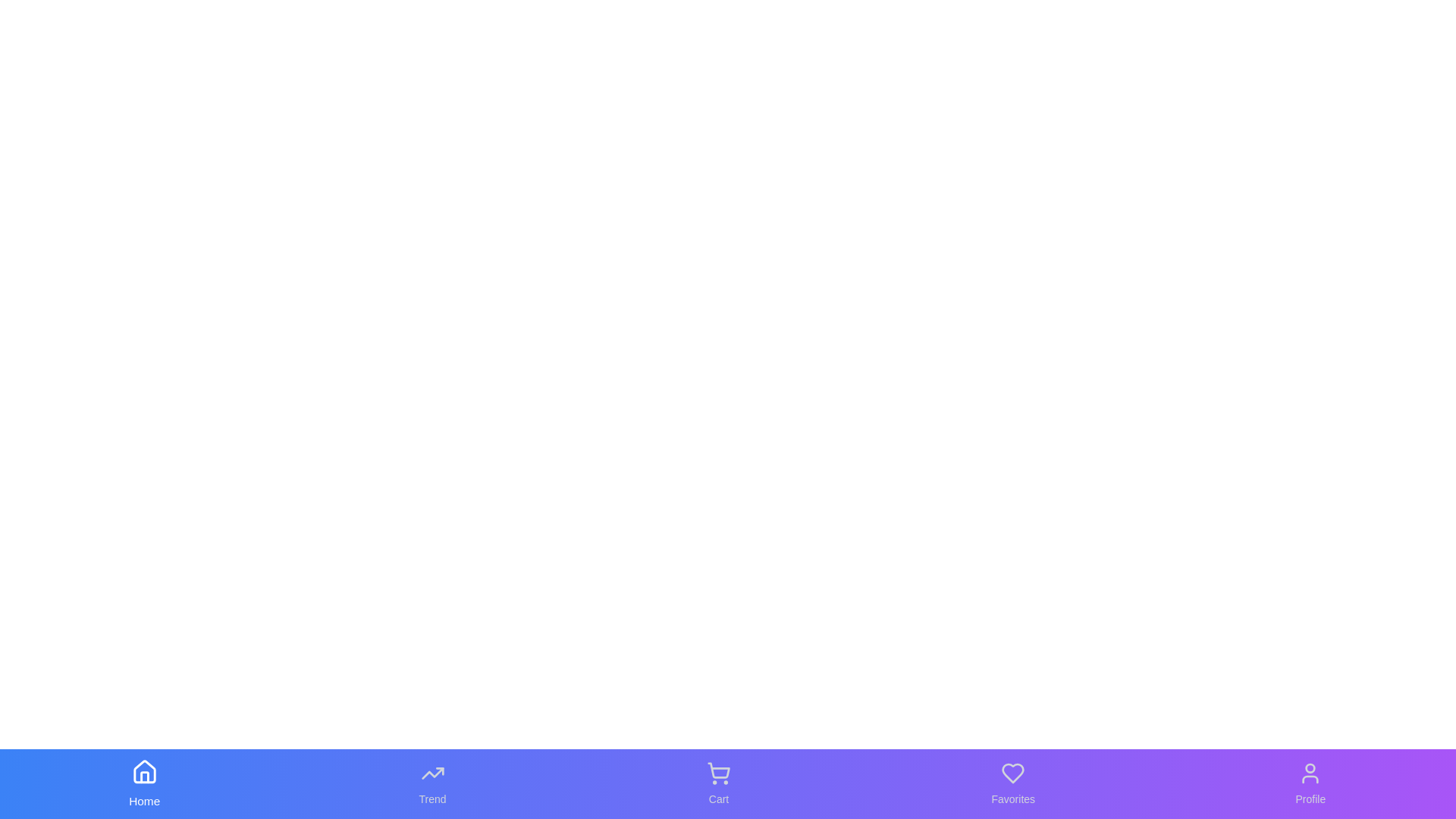 The image size is (1456, 819). What do you see at coordinates (1310, 783) in the screenshot?
I see `the Profile tab in the bottom navigation bar` at bounding box center [1310, 783].